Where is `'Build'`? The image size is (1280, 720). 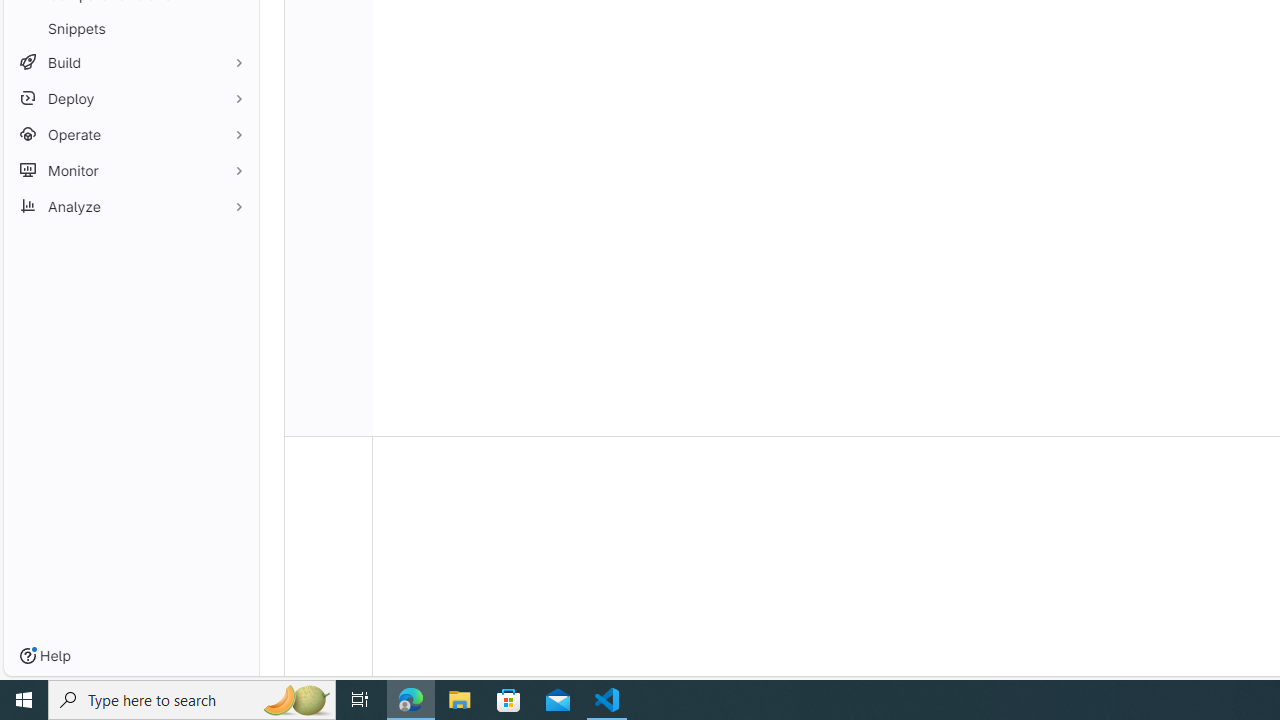 'Build' is located at coordinates (130, 61).